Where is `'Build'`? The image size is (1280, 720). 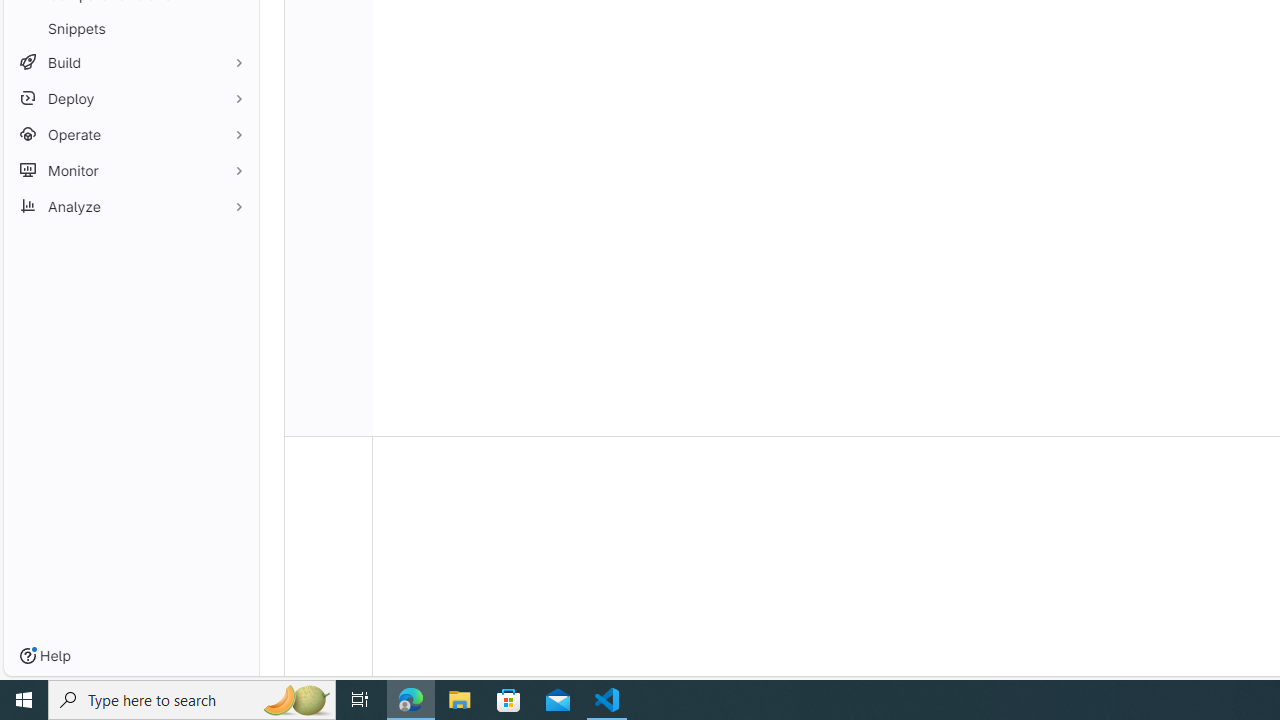 'Build' is located at coordinates (130, 61).